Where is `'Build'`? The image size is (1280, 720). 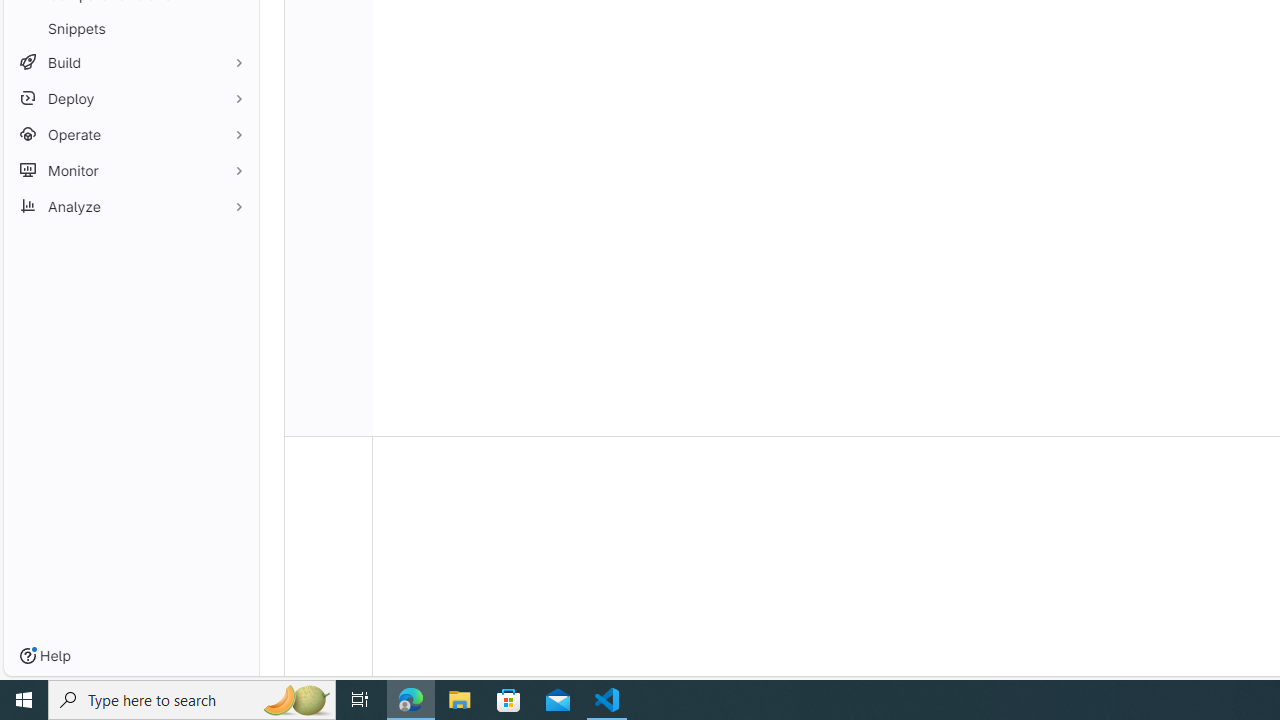 'Build' is located at coordinates (130, 61).